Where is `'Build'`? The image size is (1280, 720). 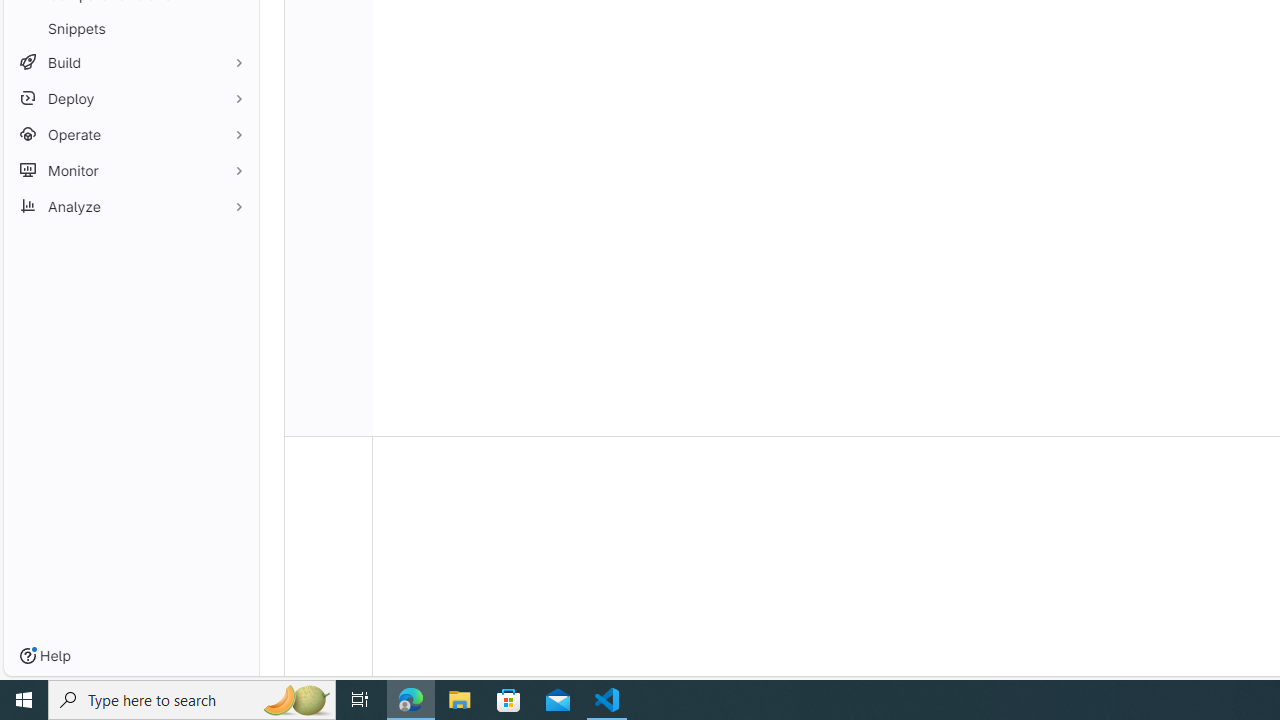 'Build' is located at coordinates (130, 61).